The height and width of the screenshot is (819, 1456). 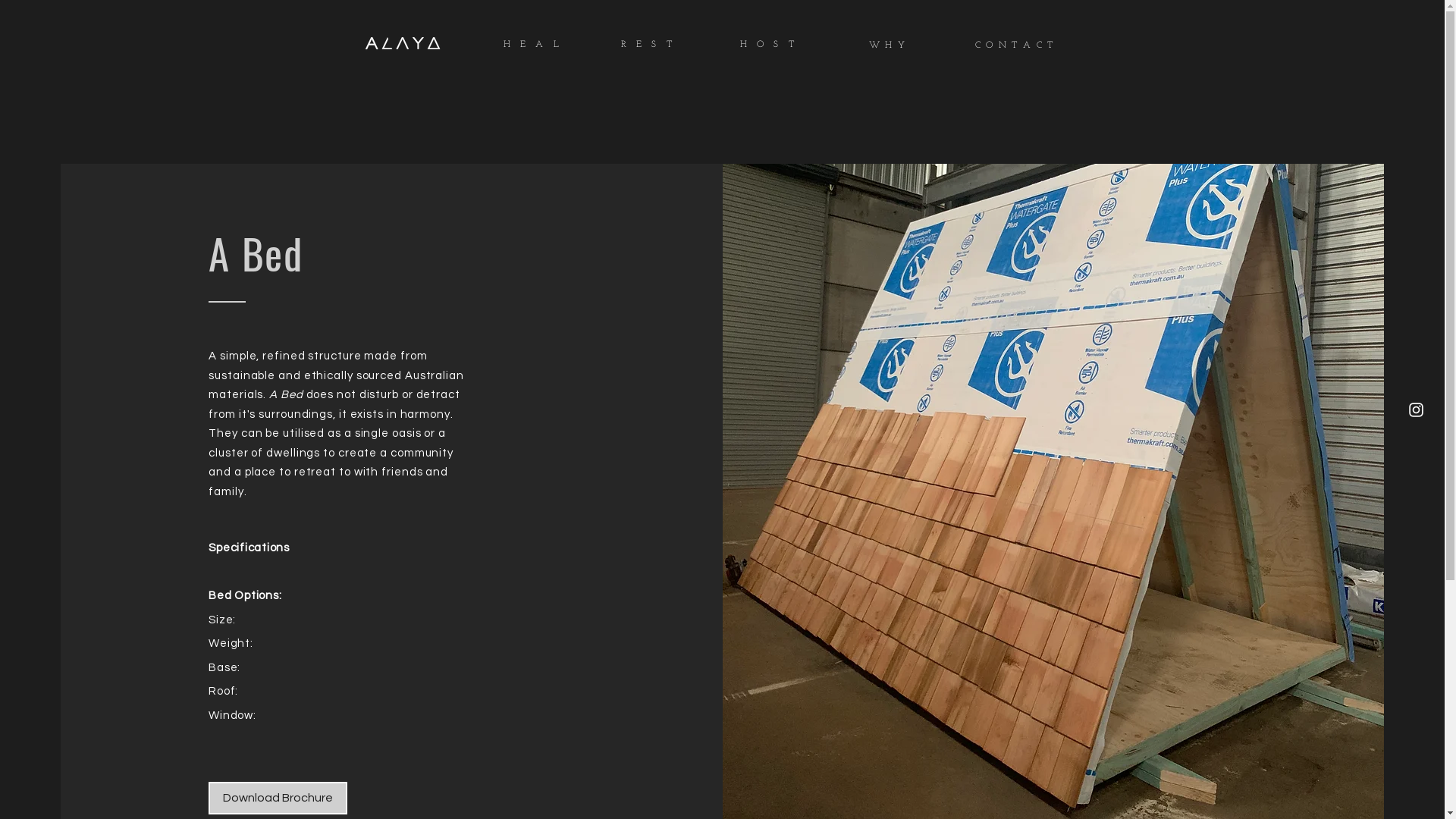 What do you see at coordinates (278, 797) in the screenshot?
I see `'Download Brochure'` at bounding box center [278, 797].